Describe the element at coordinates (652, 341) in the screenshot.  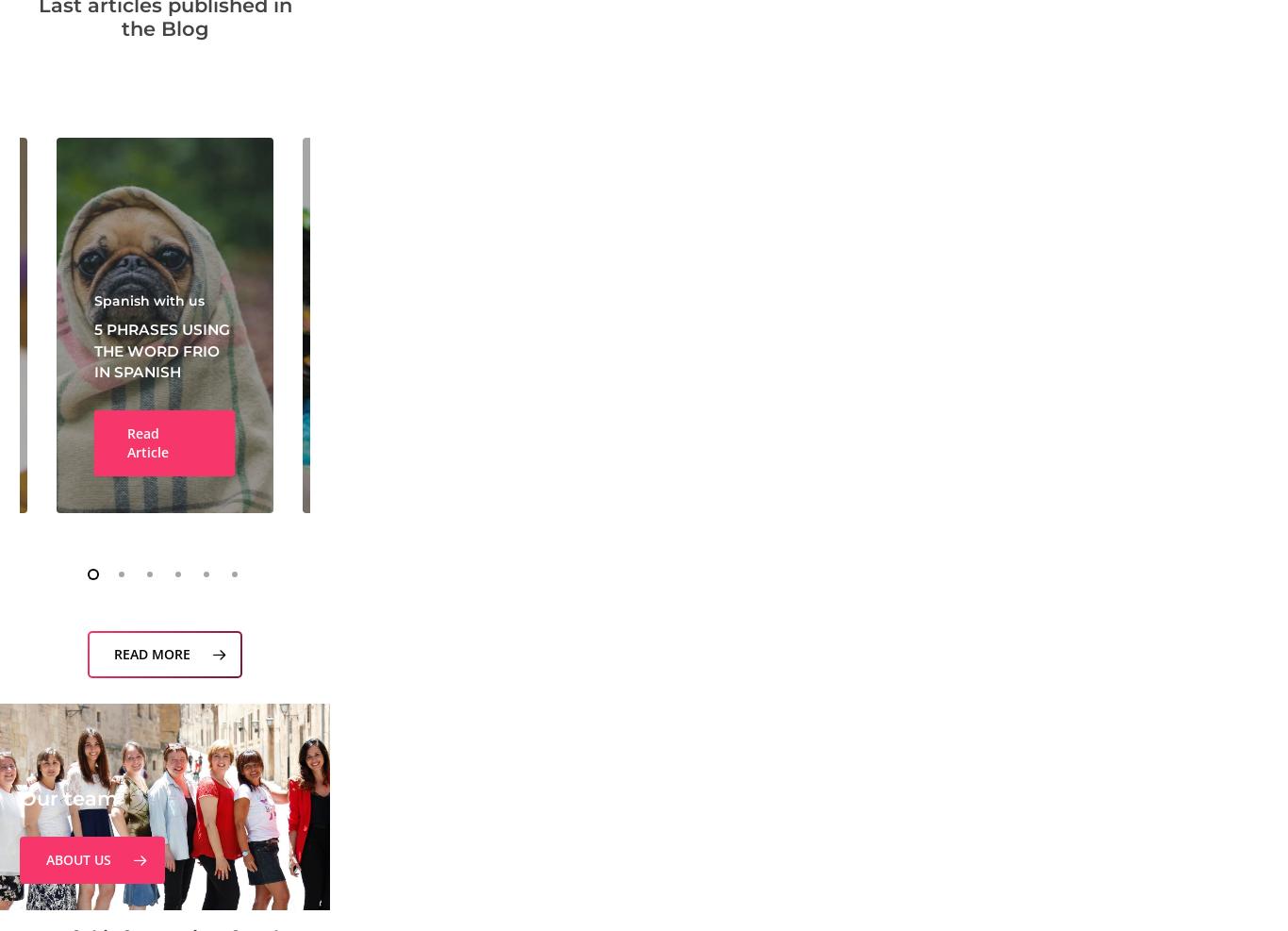
I see `'The best guide to learn more on the DELE Examinations'` at that location.